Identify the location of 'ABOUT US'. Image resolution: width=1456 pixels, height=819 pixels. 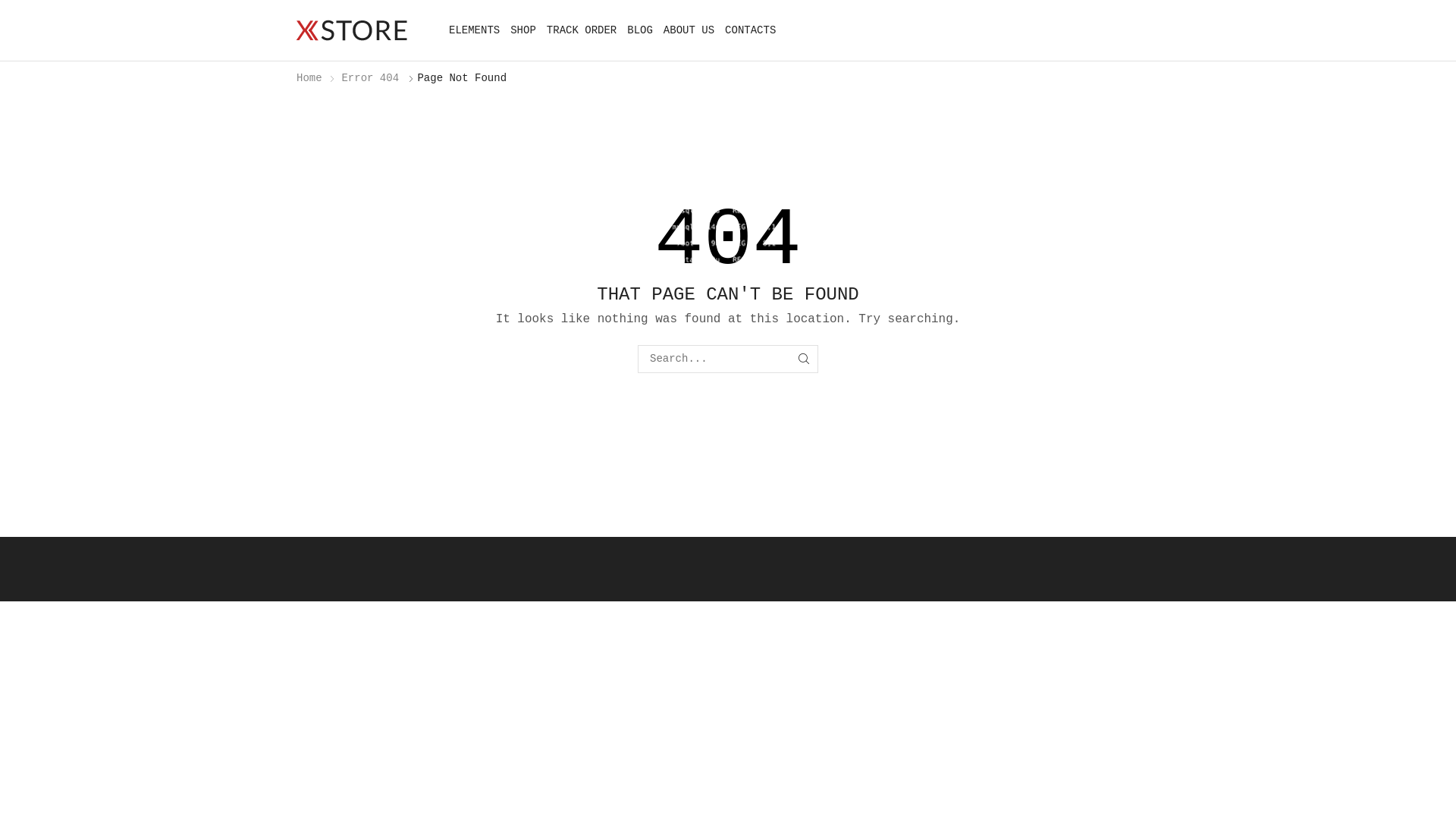
(688, 30).